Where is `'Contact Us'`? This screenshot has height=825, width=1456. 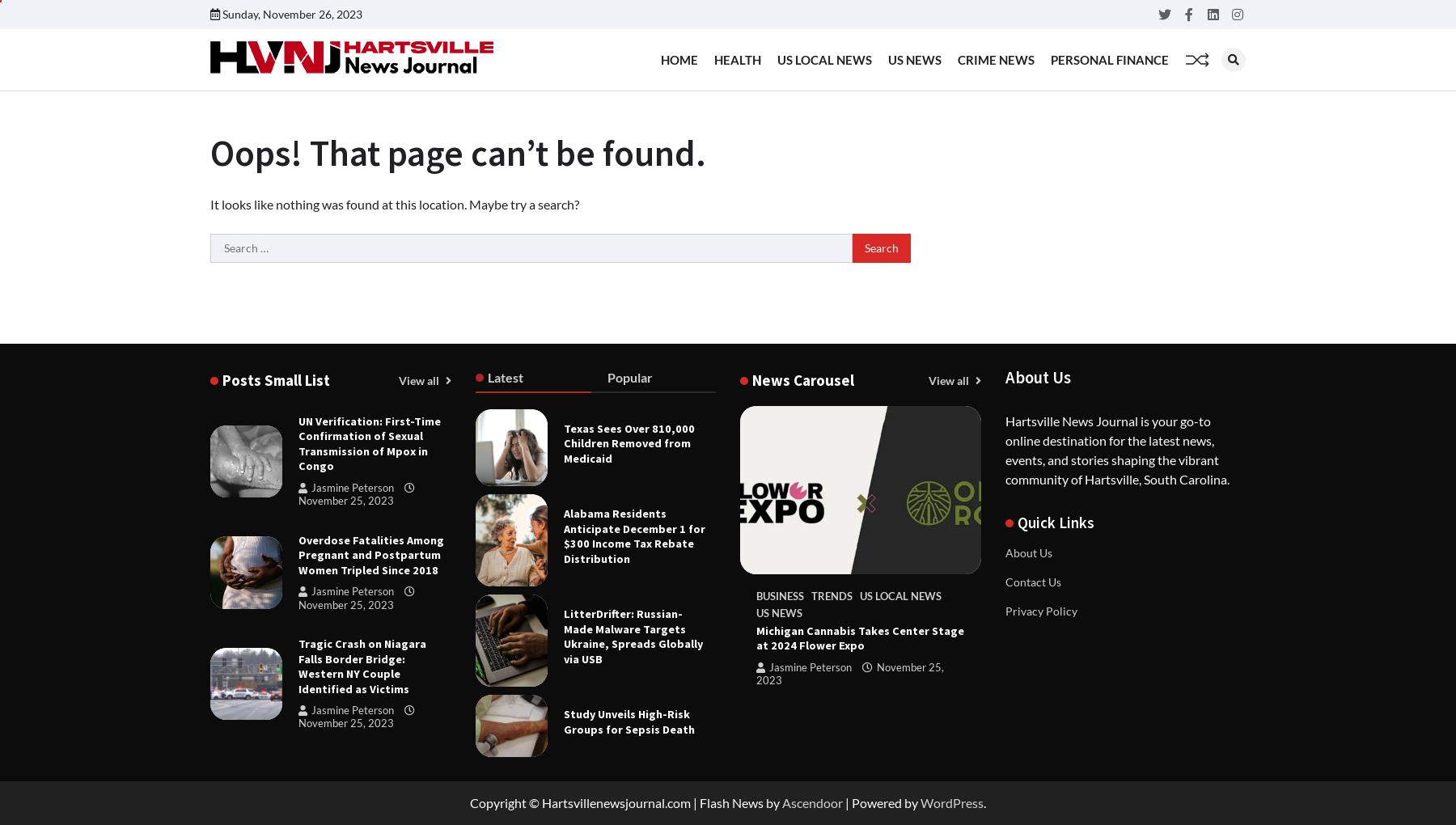
'Contact Us' is located at coordinates (1005, 581).